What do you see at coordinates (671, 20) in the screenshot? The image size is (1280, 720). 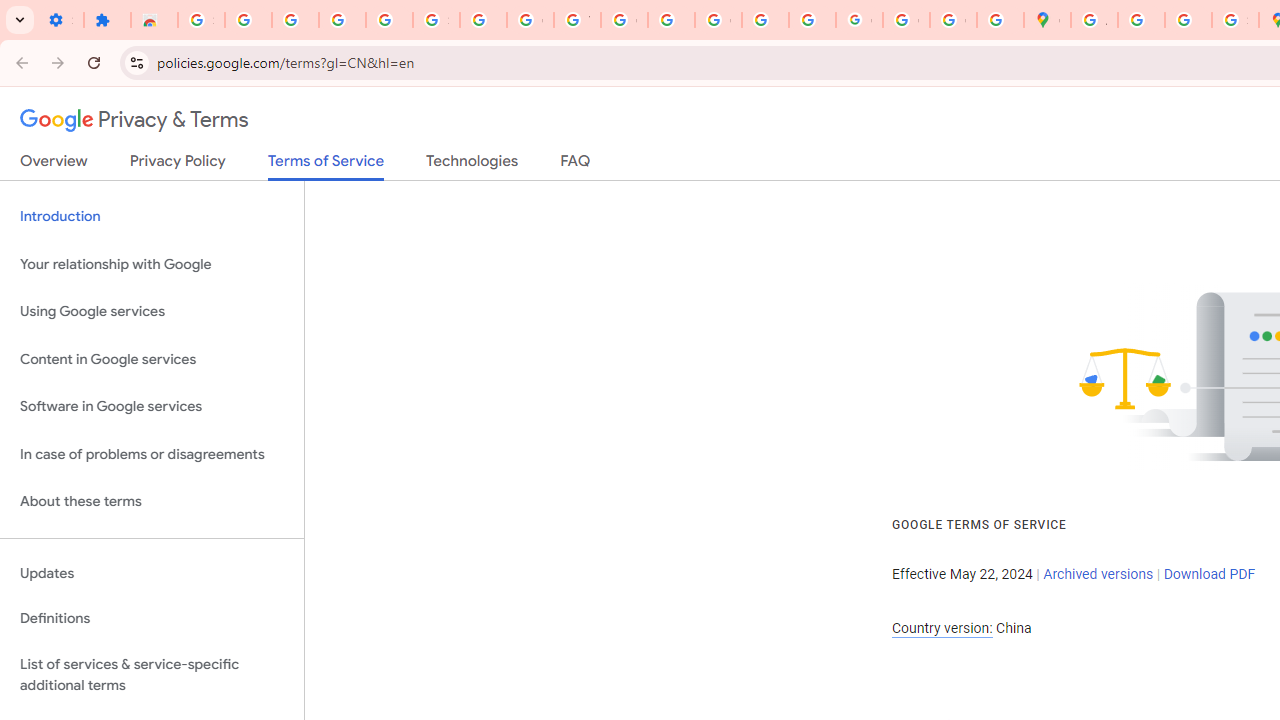 I see `'https://scholar.google.com/'` at bounding box center [671, 20].